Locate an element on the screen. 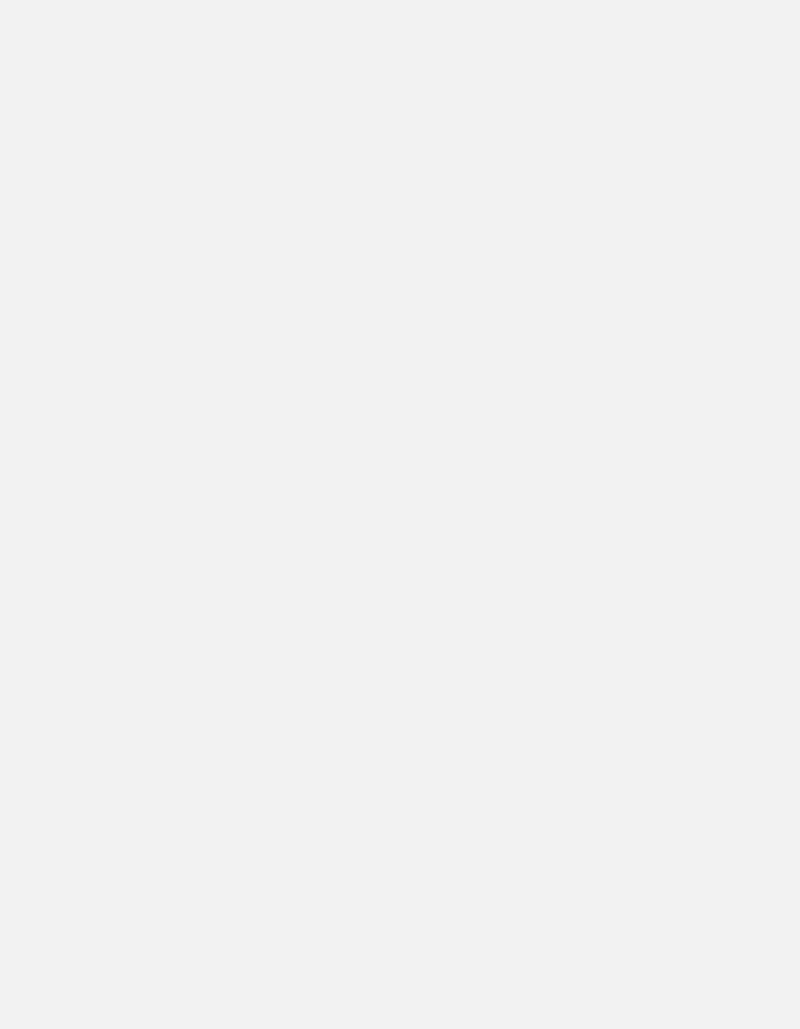 The width and height of the screenshot is (800, 1029). '. Live results, Goal Scorers , Half Time result, Full-Time result, 2nd Half result, h2h, head to head, line ups, goals, red cards, yellow cards, statistics, betting, follow the game with foot live.' is located at coordinates (65, 724).